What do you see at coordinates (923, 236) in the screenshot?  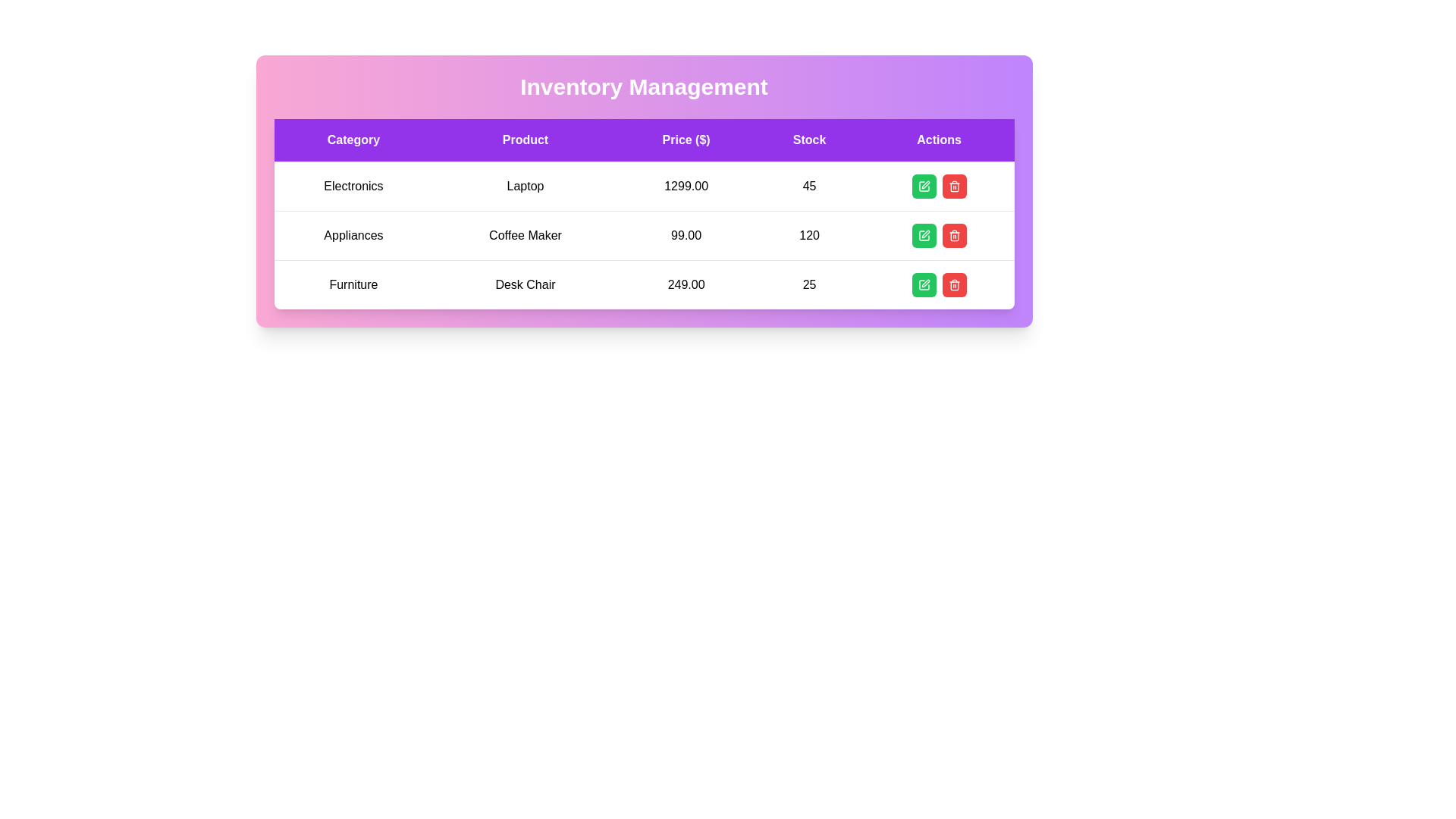 I see `the edit icon button, which is a small pen and square icon inside a green rectangular button, located beside a red trash can button in the Actions column of the second row of the table` at bounding box center [923, 236].